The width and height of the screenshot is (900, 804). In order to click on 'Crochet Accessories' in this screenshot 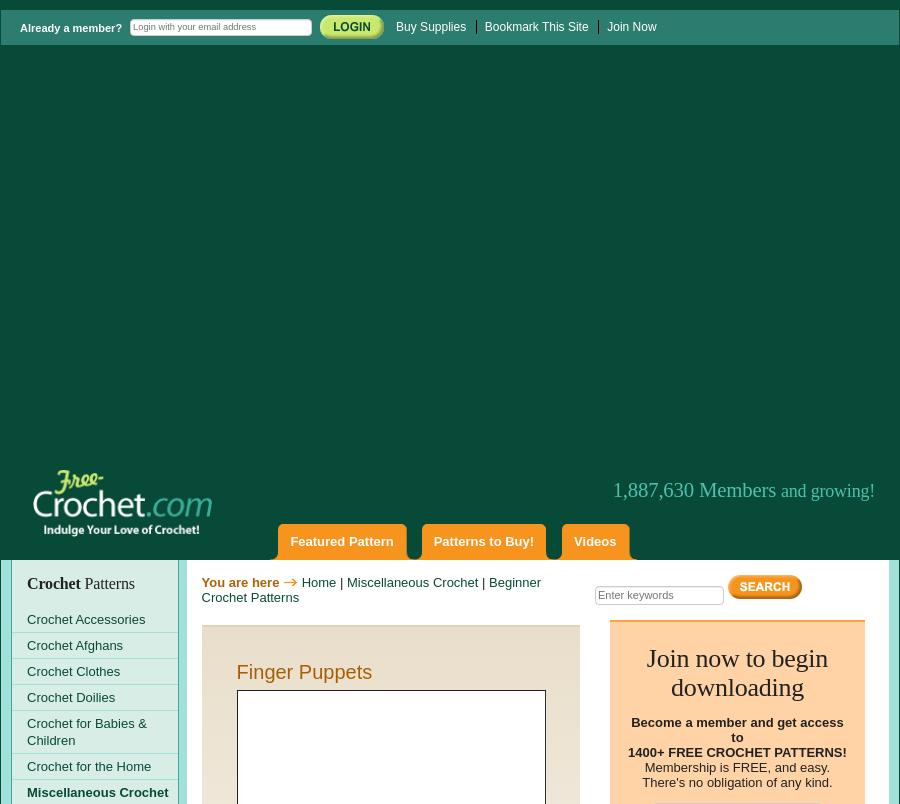, I will do `click(85, 619)`.